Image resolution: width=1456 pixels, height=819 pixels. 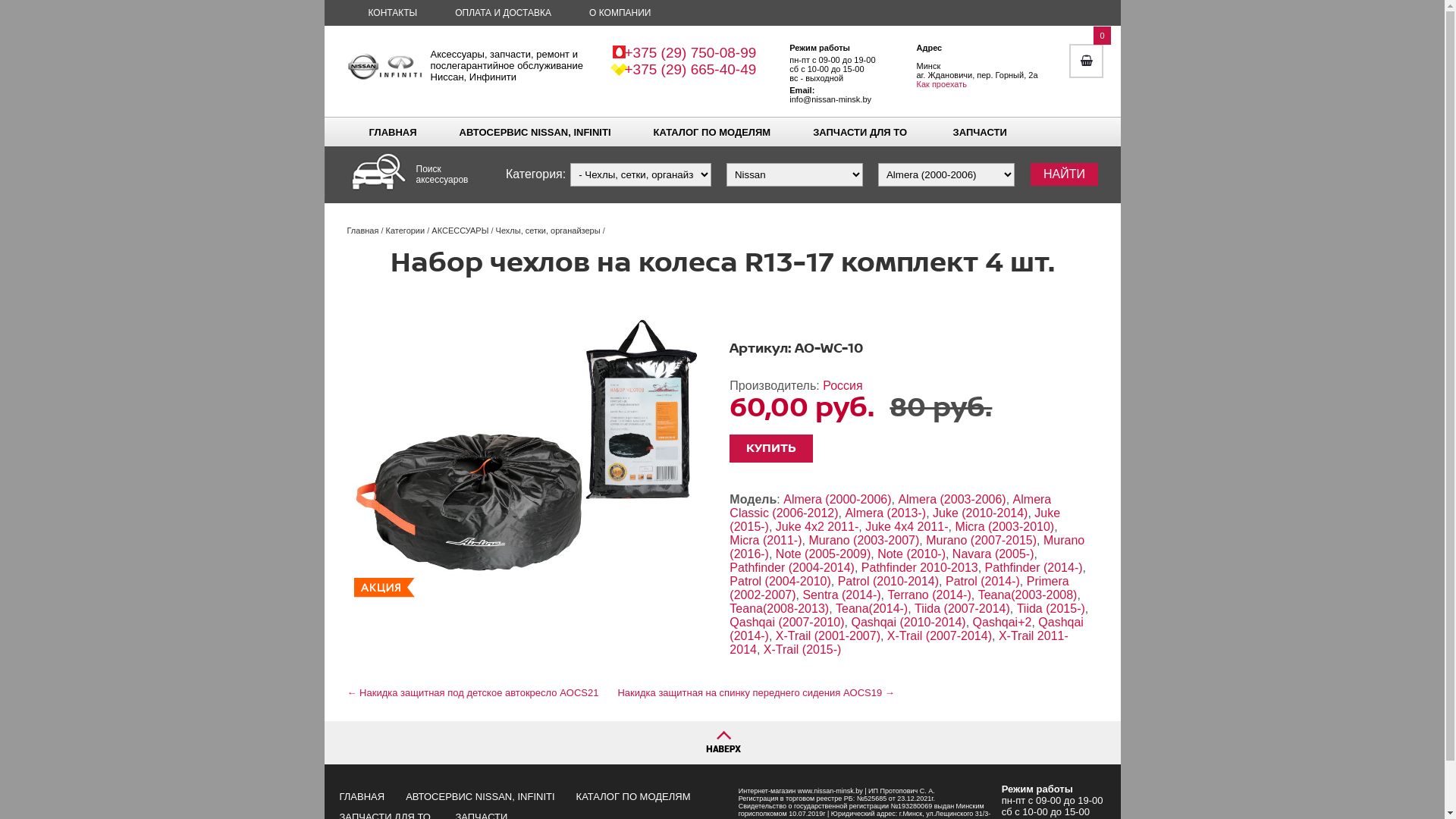 I want to click on 'Qashqai (2007-2010)', so click(x=786, y=622).